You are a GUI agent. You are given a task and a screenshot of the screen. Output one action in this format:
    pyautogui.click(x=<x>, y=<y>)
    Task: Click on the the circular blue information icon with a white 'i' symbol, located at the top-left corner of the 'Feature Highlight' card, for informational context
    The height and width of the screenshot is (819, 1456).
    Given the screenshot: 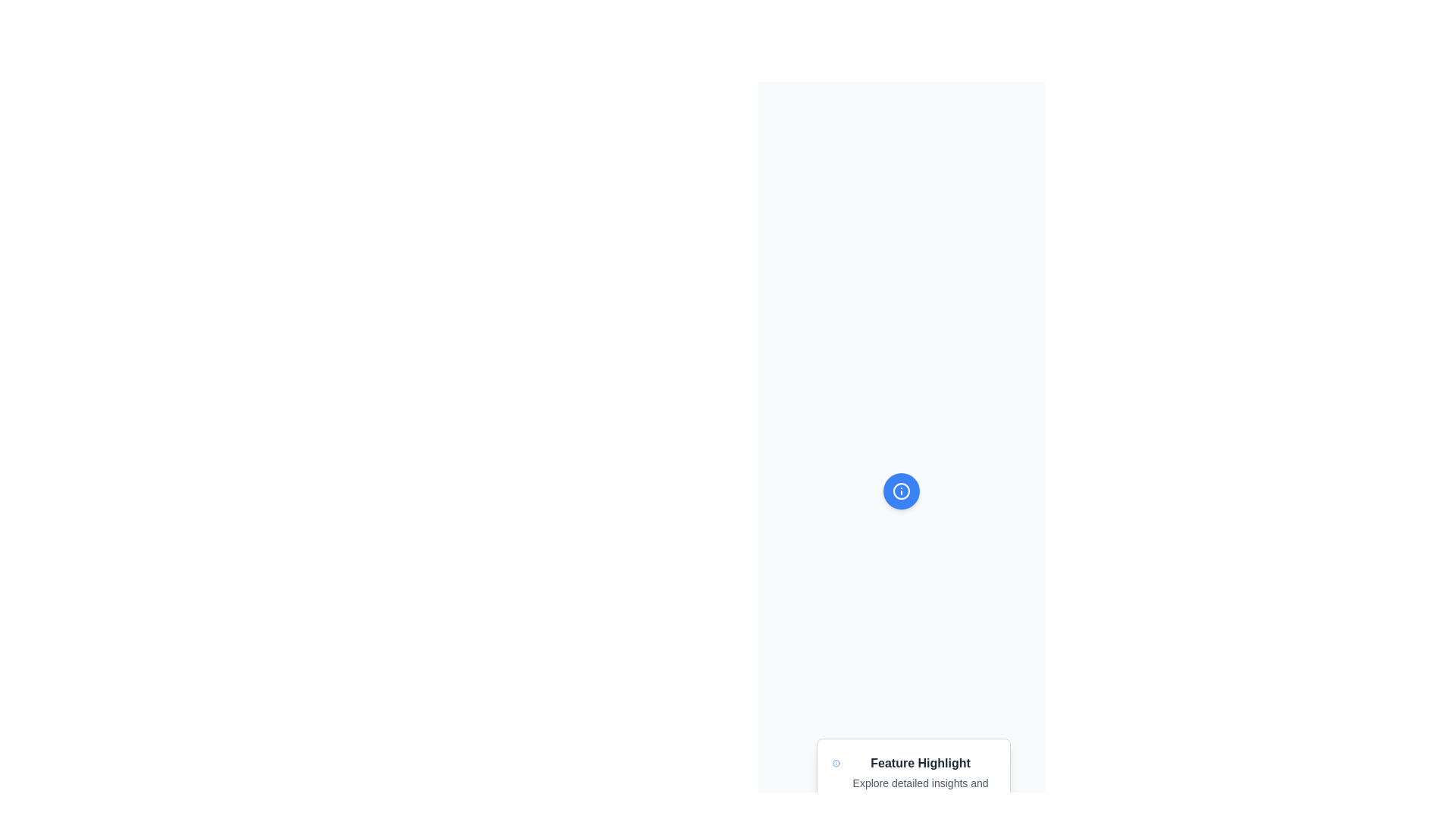 What is the action you would take?
    pyautogui.click(x=836, y=763)
    